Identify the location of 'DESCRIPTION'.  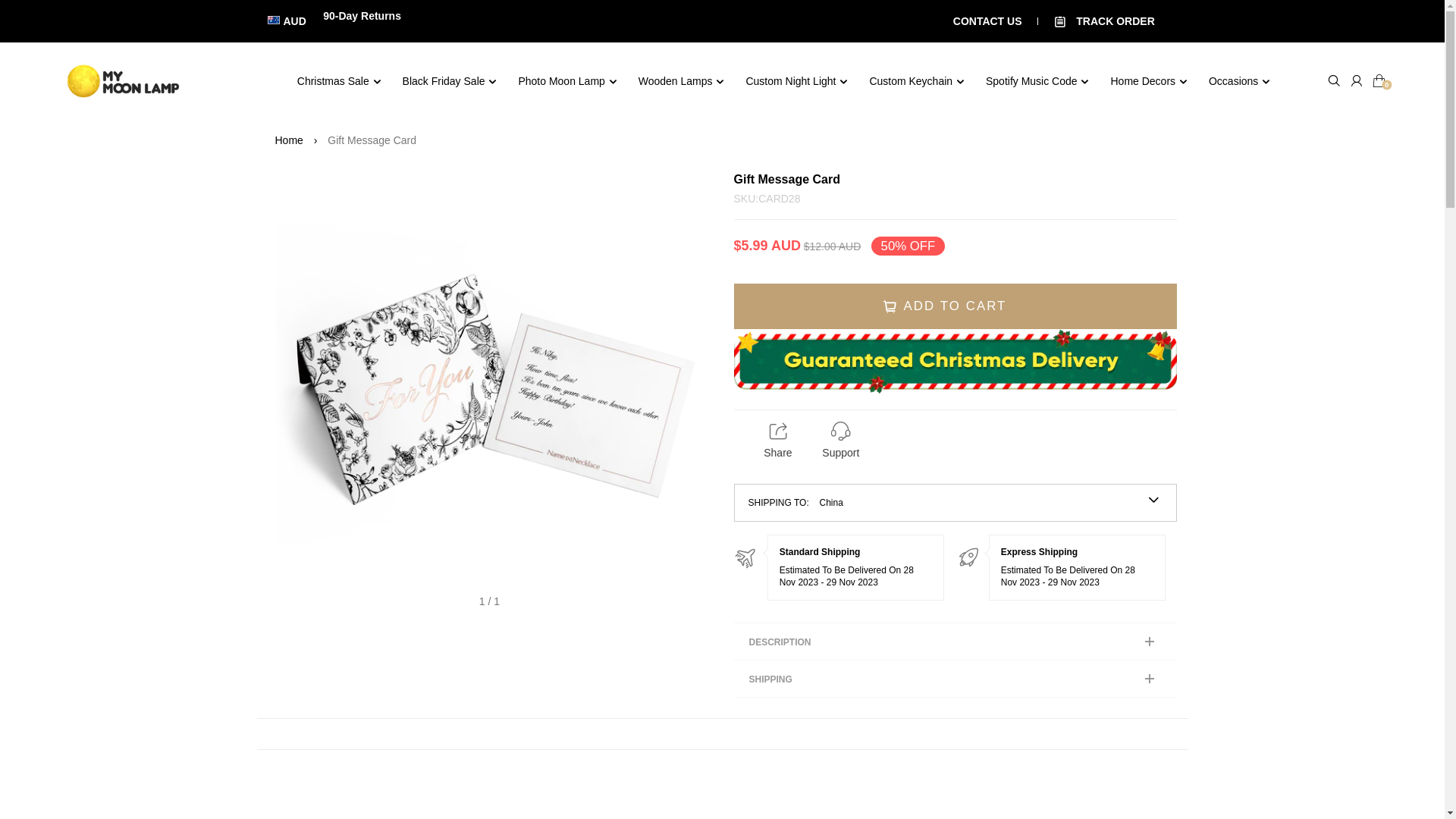
(954, 641).